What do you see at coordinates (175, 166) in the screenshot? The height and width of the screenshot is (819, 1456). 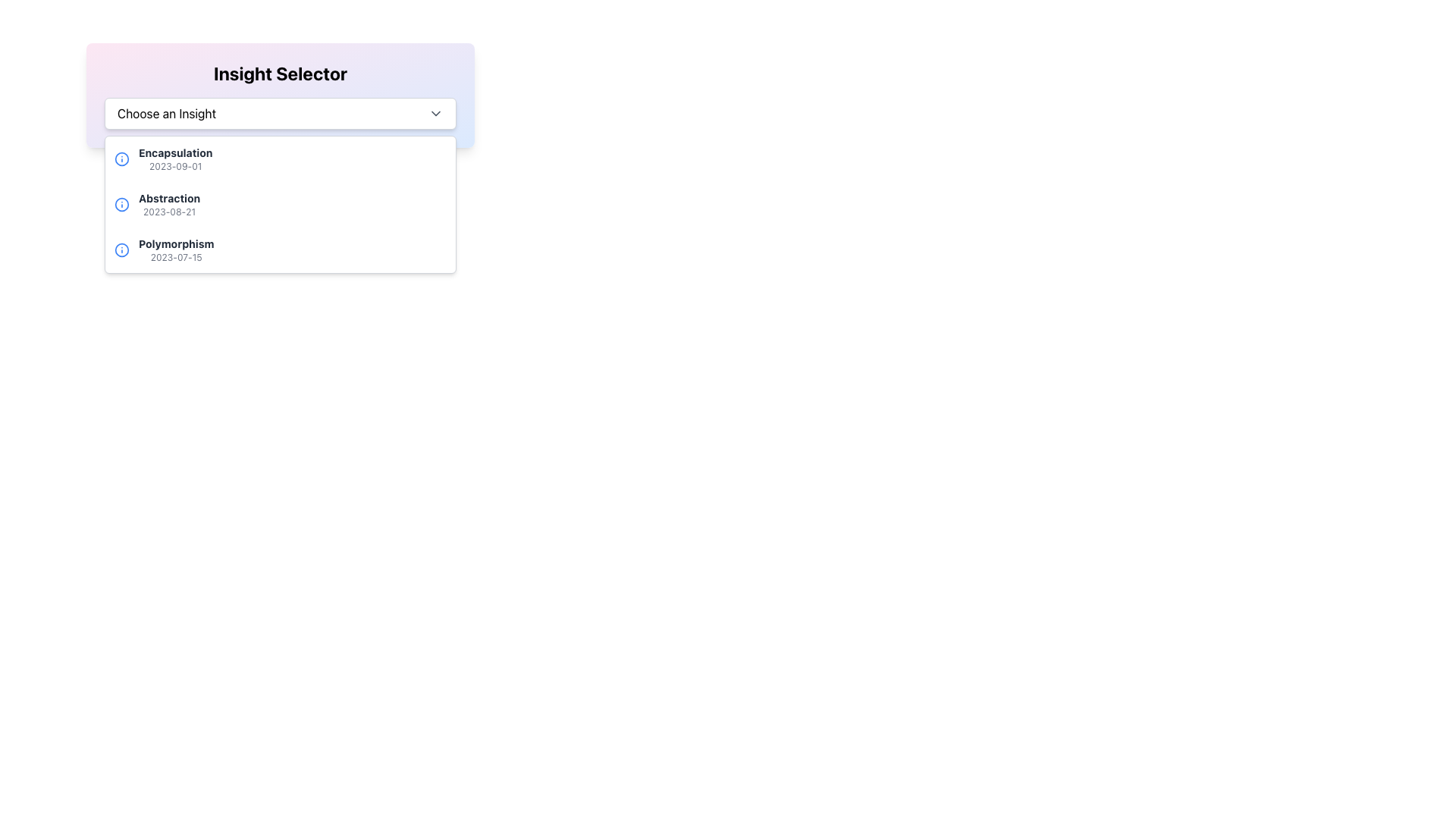 I see `the text label displaying the date '2023-09-01', which is styled as plain text in light gray color and positioned below the 'Encapsulation' text inside a dropdown menu` at bounding box center [175, 166].